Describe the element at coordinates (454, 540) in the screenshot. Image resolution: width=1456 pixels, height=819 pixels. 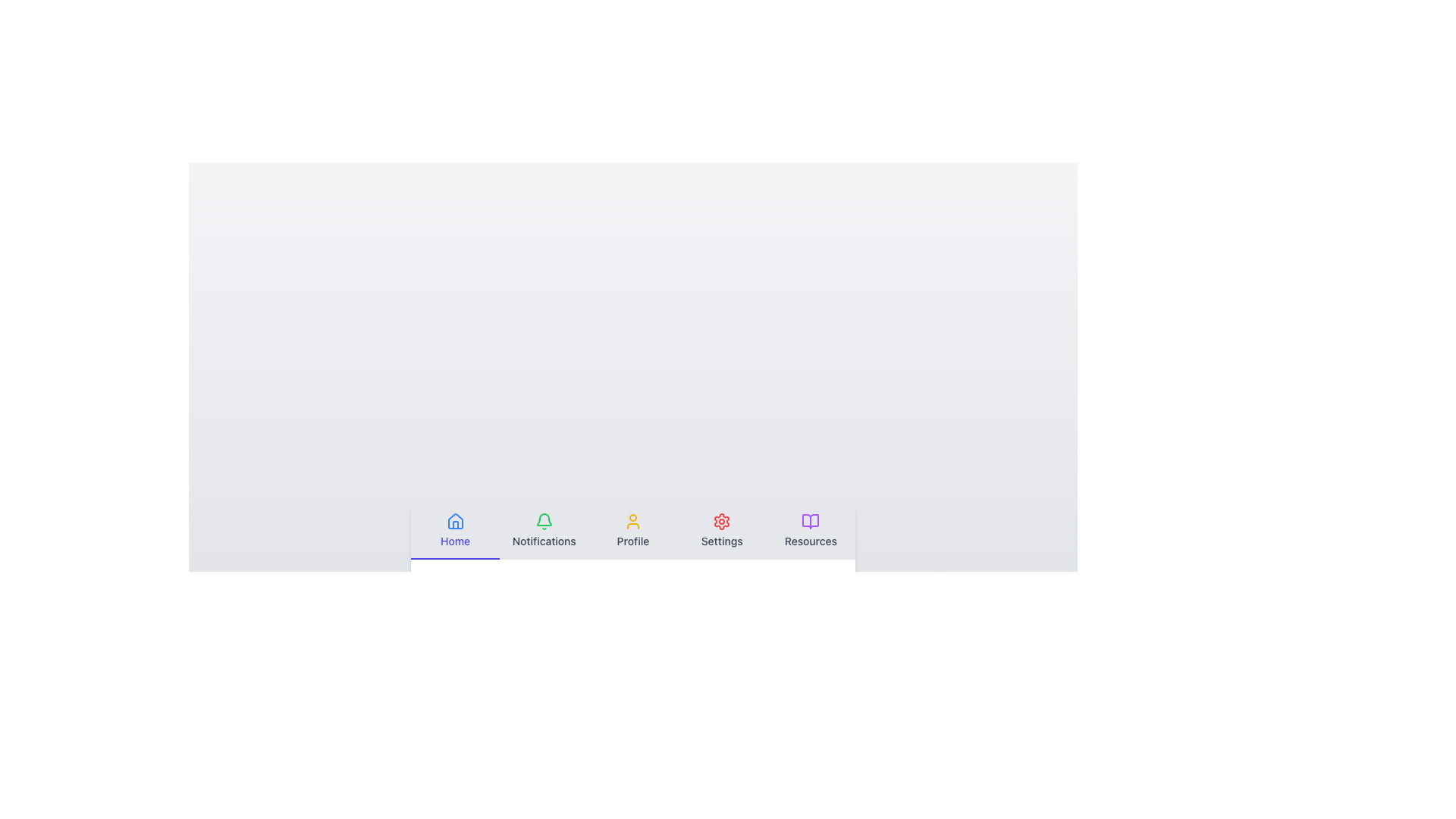
I see `the 'Home' text label, which is styled in blue and positioned below a house icon in the navigation bar` at that location.